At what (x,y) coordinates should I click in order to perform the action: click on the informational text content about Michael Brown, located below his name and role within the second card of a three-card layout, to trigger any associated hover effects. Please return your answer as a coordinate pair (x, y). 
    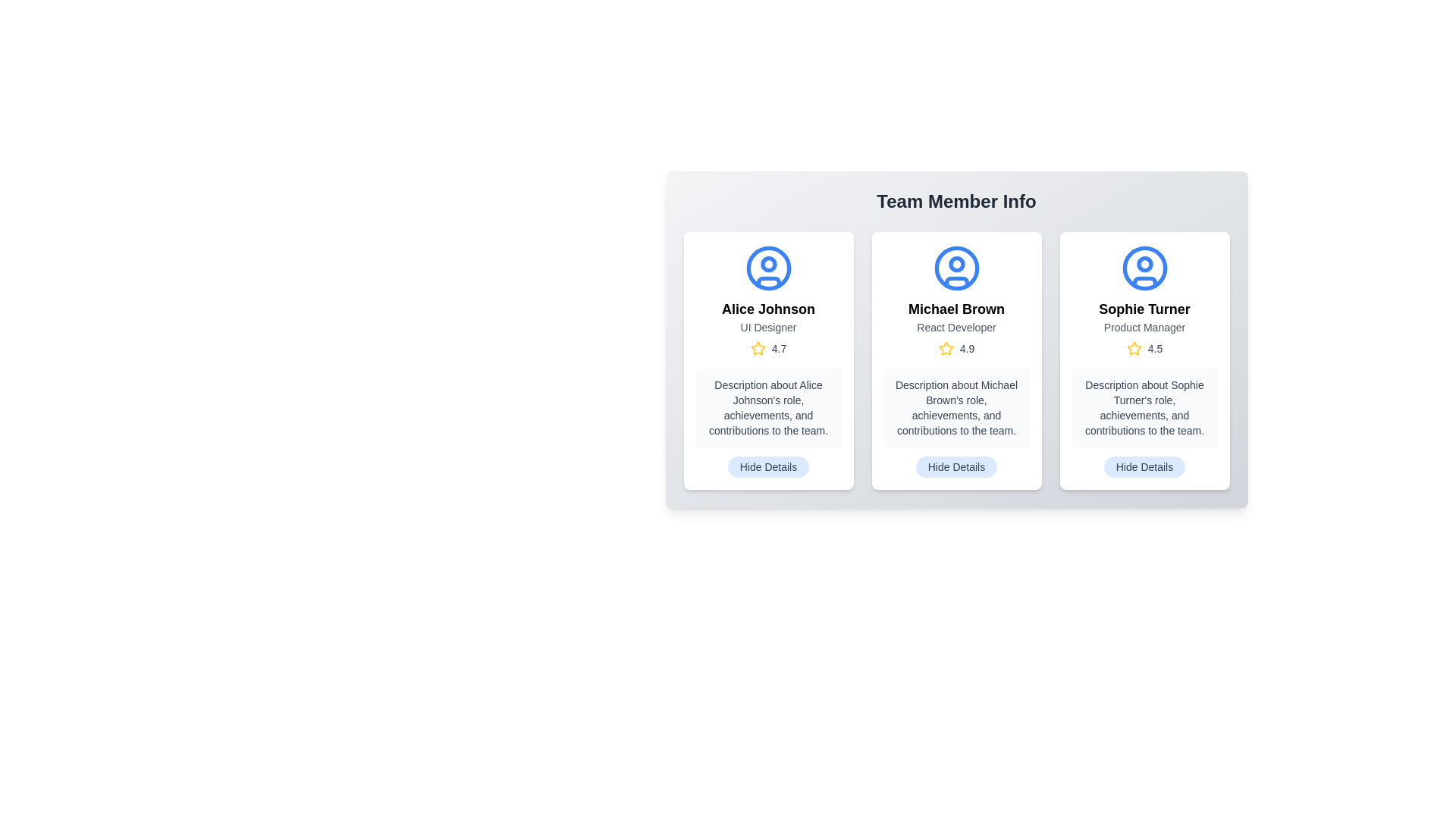
    Looking at the image, I should click on (955, 406).